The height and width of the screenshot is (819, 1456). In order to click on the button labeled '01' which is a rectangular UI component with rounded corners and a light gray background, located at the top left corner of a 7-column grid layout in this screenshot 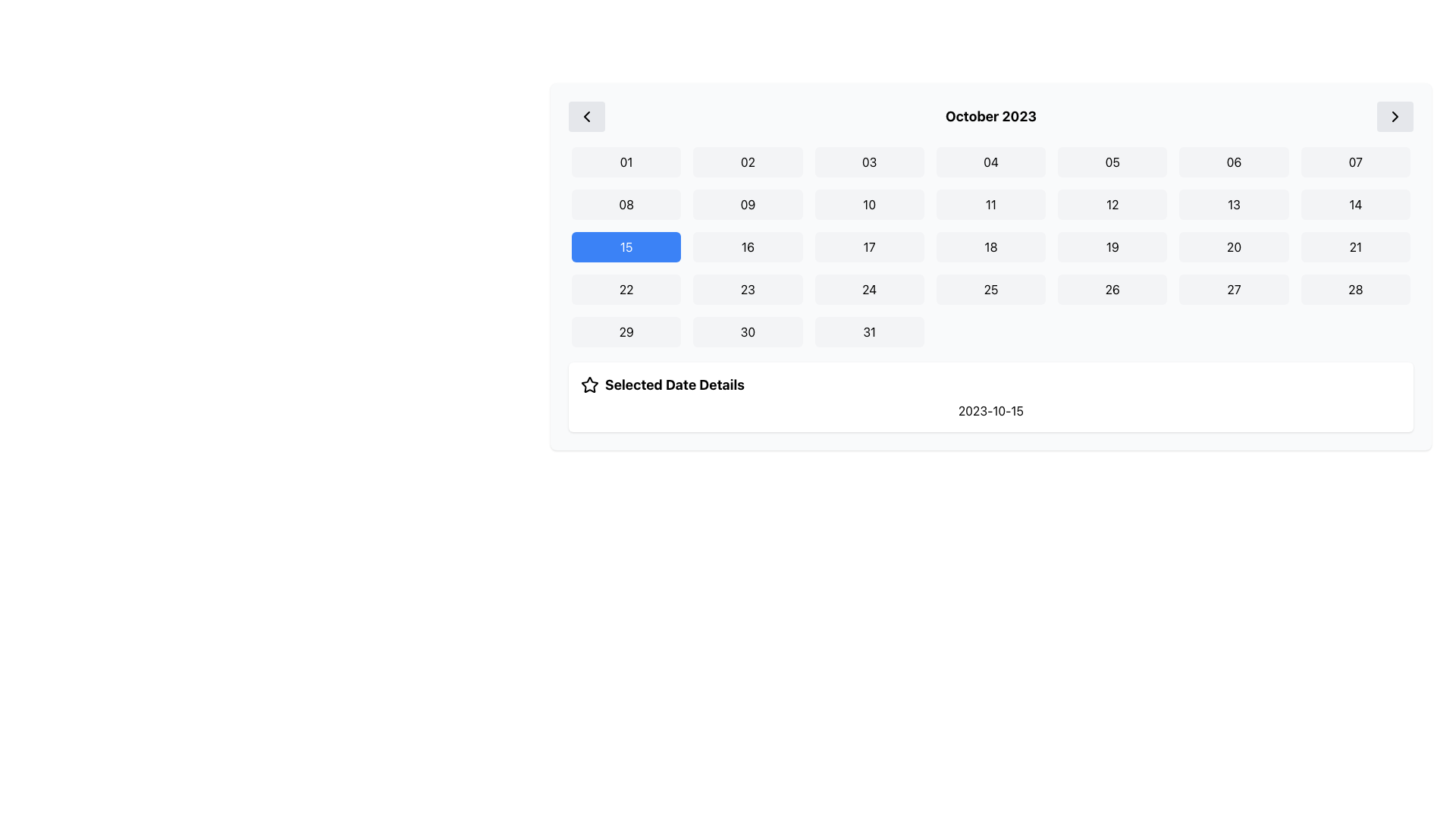, I will do `click(626, 162)`.